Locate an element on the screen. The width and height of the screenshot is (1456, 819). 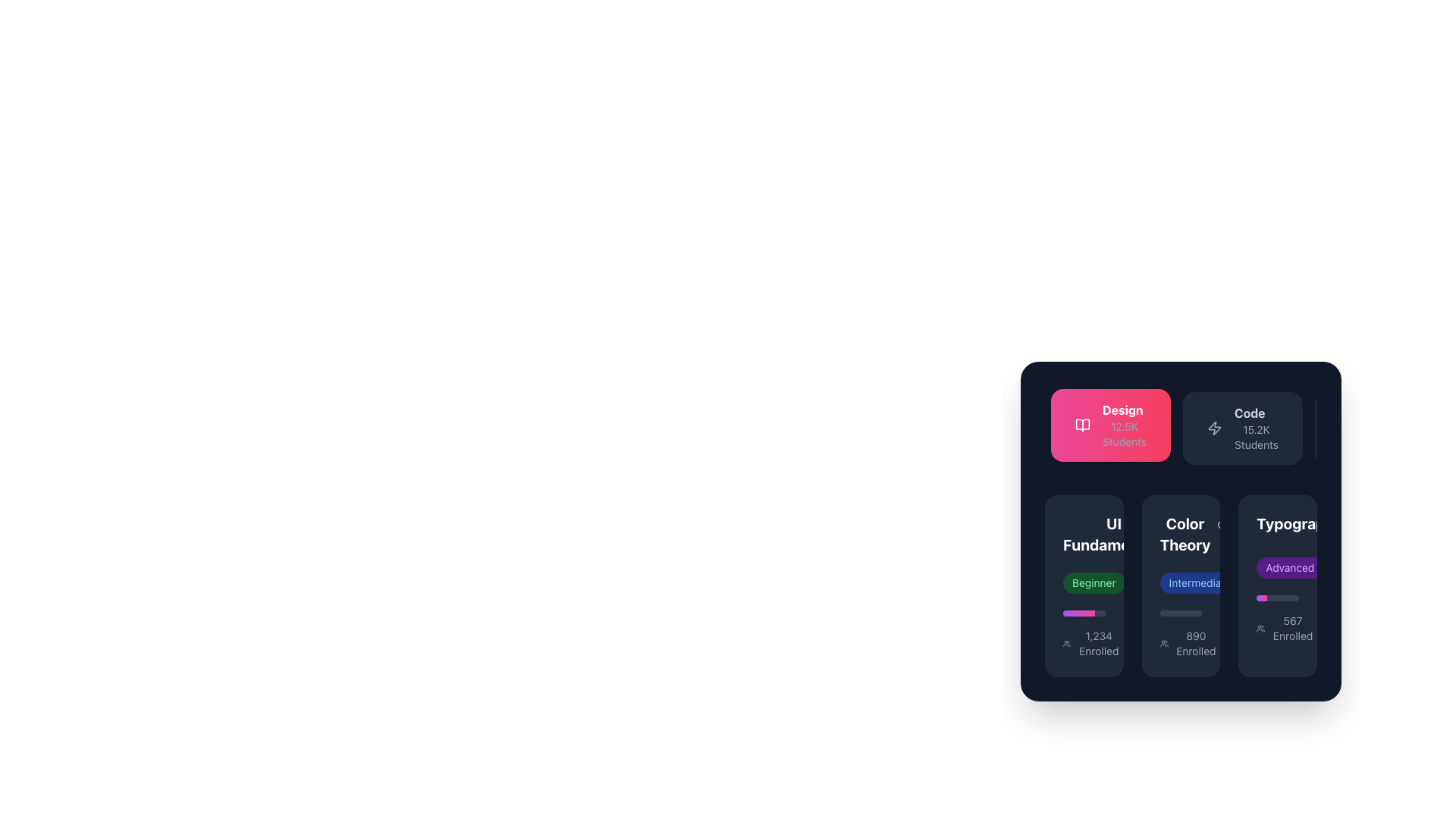
the design of the icon representing the 'Design' course category, which is located centrally within the button labeled 'Design 12.5K Students' is located at coordinates (1082, 425).